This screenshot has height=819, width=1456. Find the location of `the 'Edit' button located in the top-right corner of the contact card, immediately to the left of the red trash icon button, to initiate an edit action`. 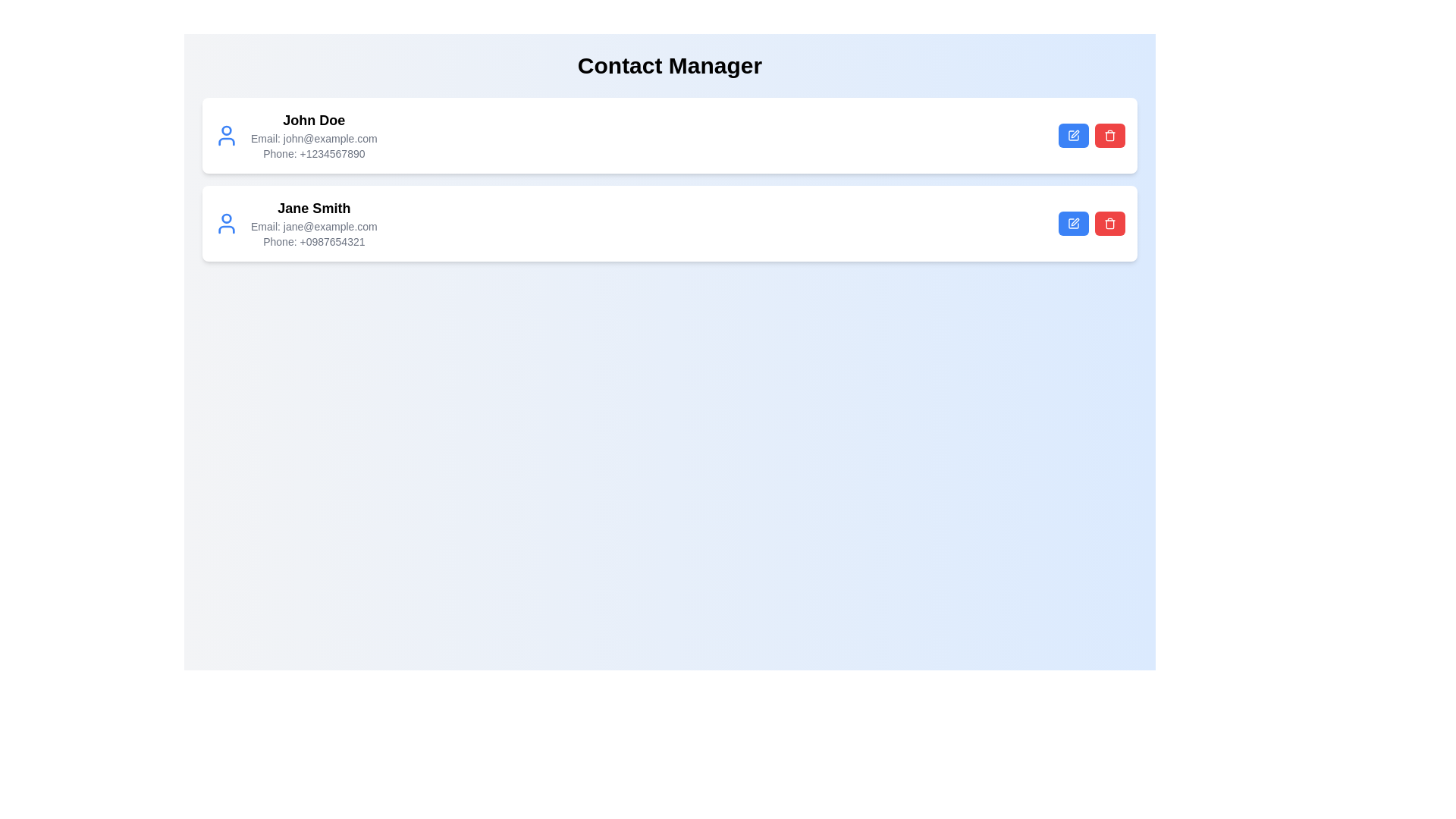

the 'Edit' button located in the top-right corner of the contact card, immediately to the left of the red trash icon button, to initiate an edit action is located at coordinates (1073, 134).